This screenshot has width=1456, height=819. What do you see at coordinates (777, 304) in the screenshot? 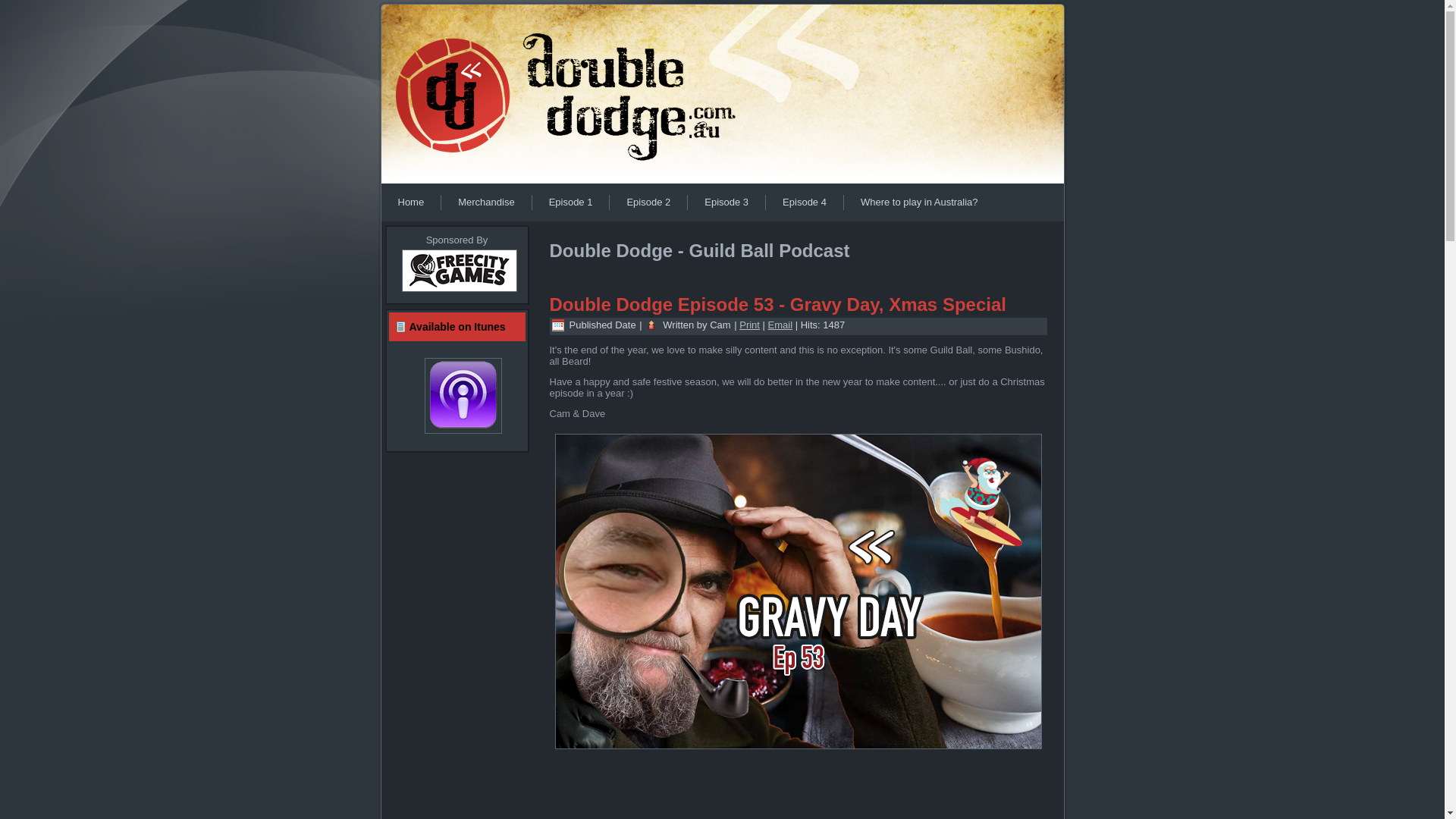
I see `'Double Dodge Episode 53 - Gravy Day, Xmas Special'` at bounding box center [777, 304].